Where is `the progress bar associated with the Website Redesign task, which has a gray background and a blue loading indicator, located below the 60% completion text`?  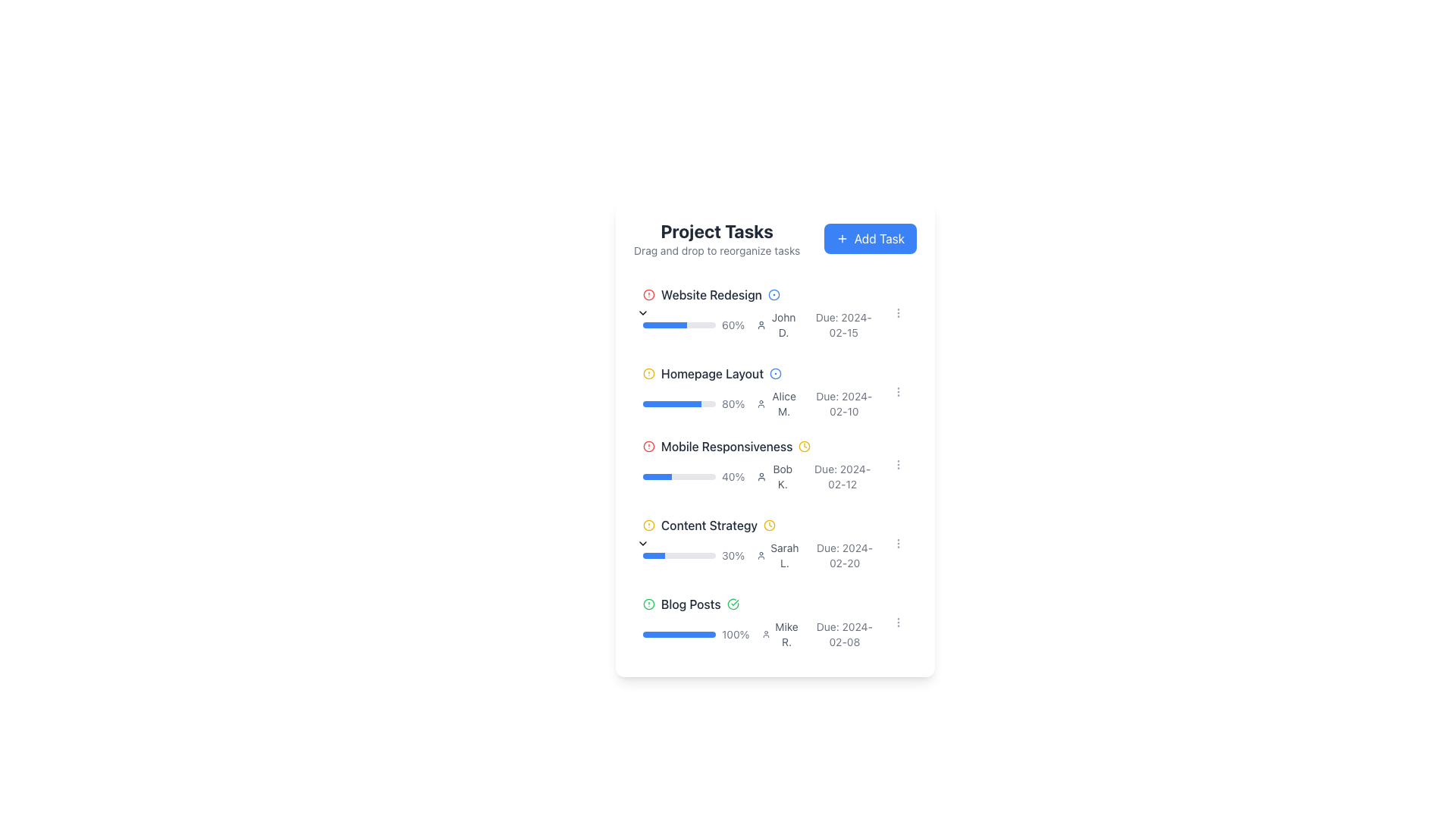 the progress bar associated with the Website Redesign task, which has a gray background and a blue loading indicator, located below the 60% completion text is located at coordinates (679, 324).